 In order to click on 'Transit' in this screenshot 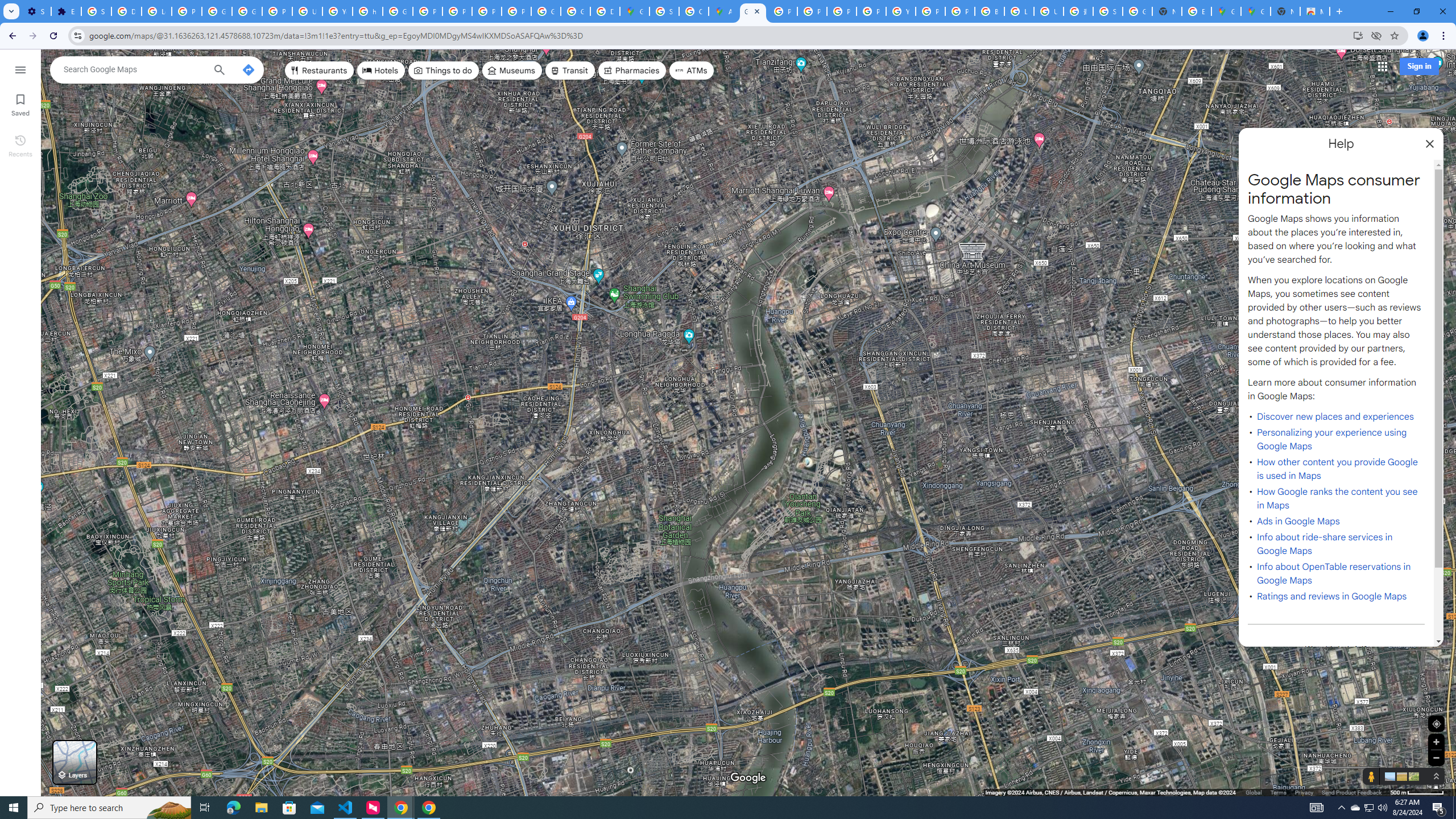, I will do `click(570, 69)`.